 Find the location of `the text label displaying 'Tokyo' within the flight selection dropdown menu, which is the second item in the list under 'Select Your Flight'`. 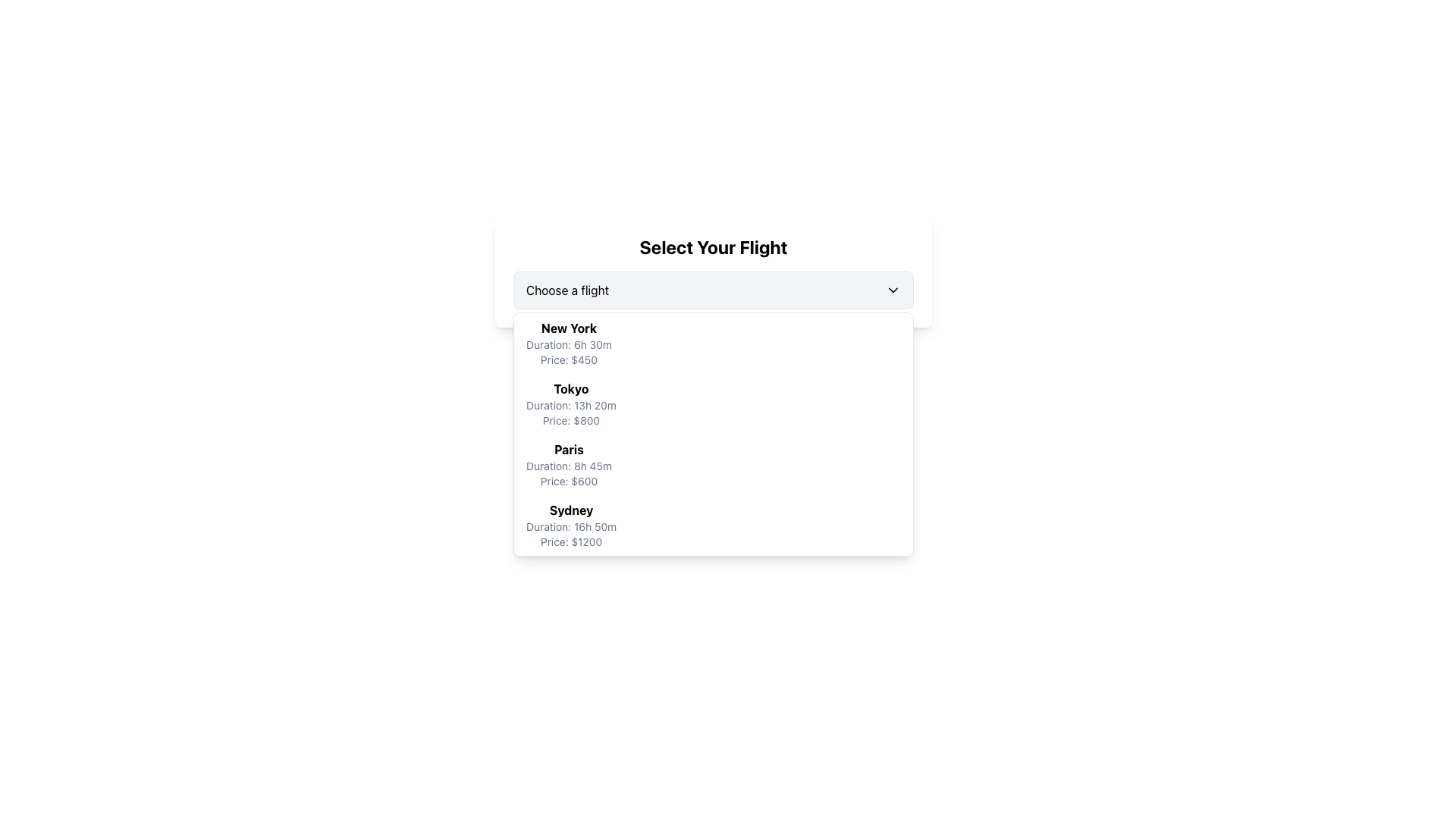

the text label displaying 'Tokyo' within the flight selection dropdown menu, which is the second item in the list under 'Select Your Flight' is located at coordinates (570, 388).